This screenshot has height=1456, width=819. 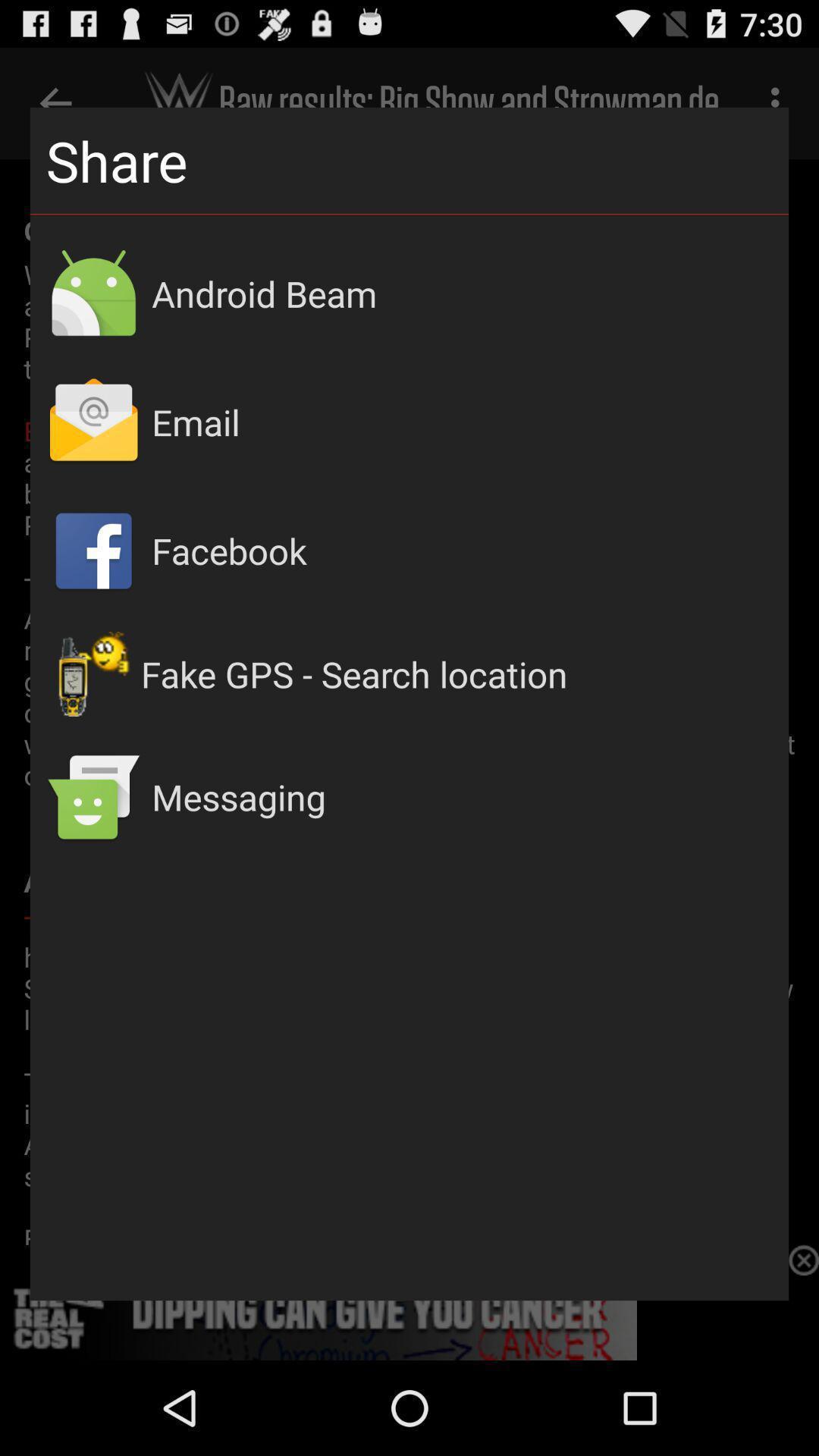 What do you see at coordinates (461, 422) in the screenshot?
I see `email icon` at bounding box center [461, 422].